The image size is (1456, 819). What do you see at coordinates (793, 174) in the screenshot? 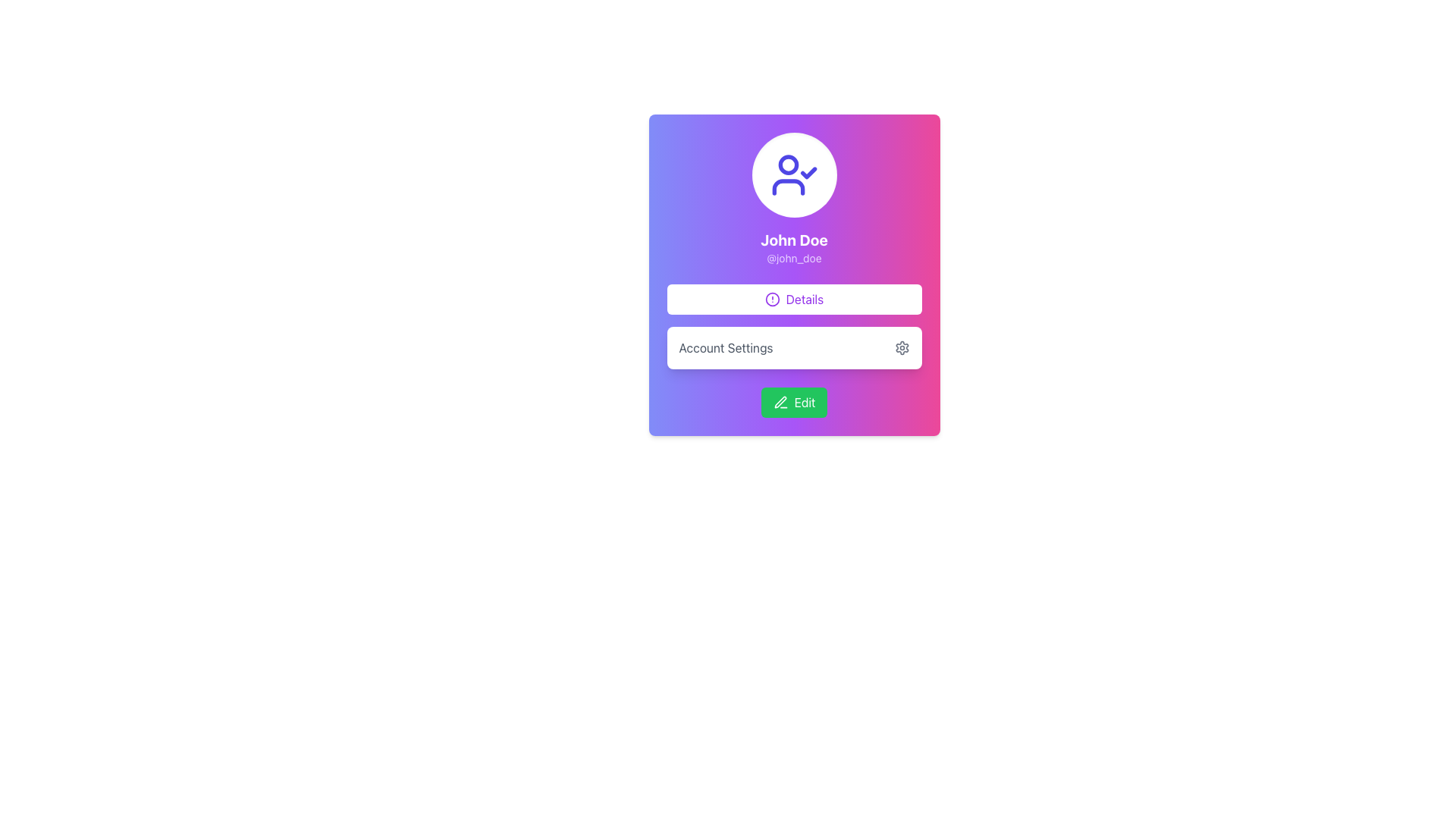
I see `user avatar icon located at the center of the circular area above the text 'John Doe' and '@john_doe'` at bounding box center [793, 174].